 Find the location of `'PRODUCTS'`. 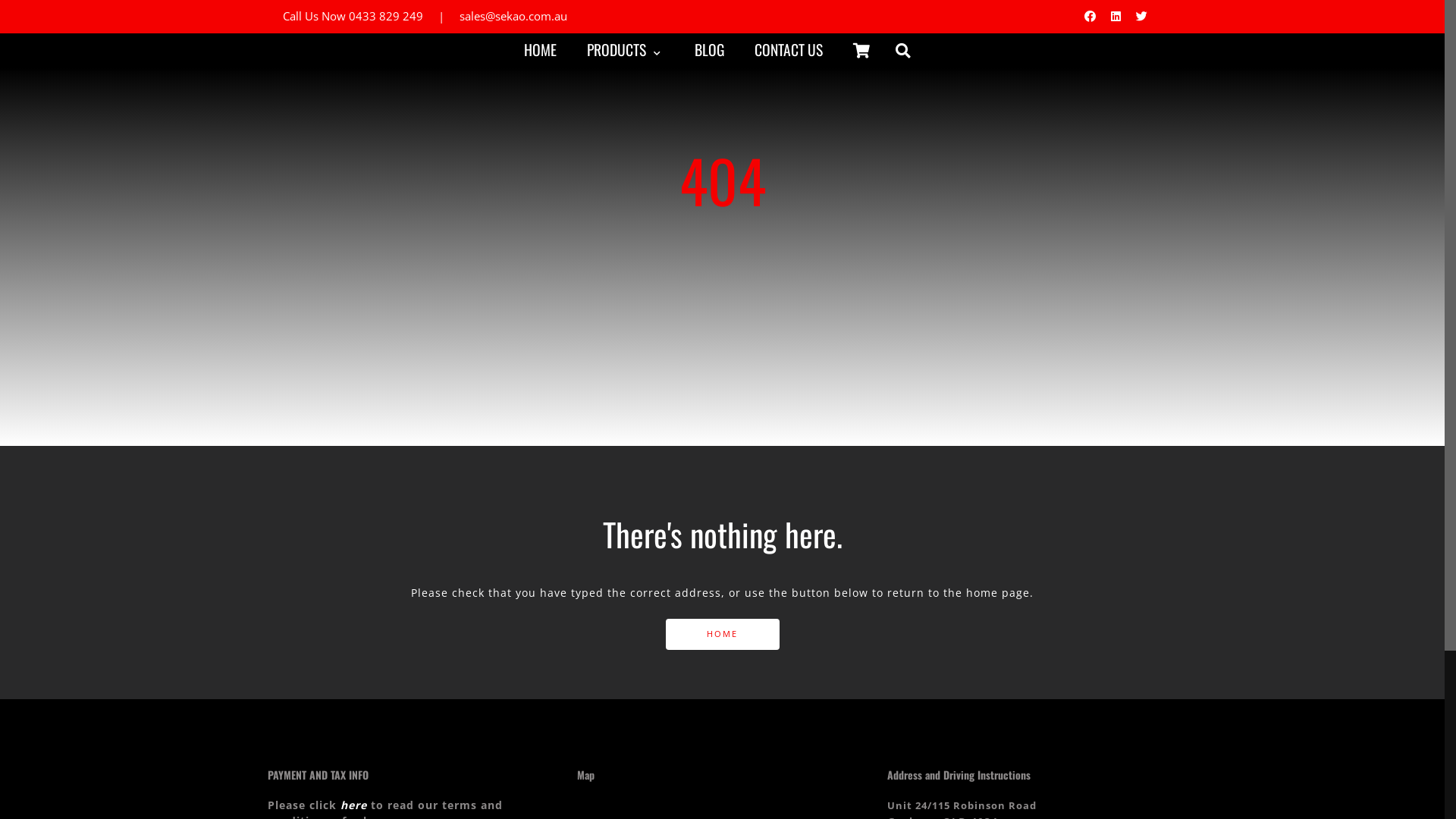

'PRODUCTS' is located at coordinates (623, 49).